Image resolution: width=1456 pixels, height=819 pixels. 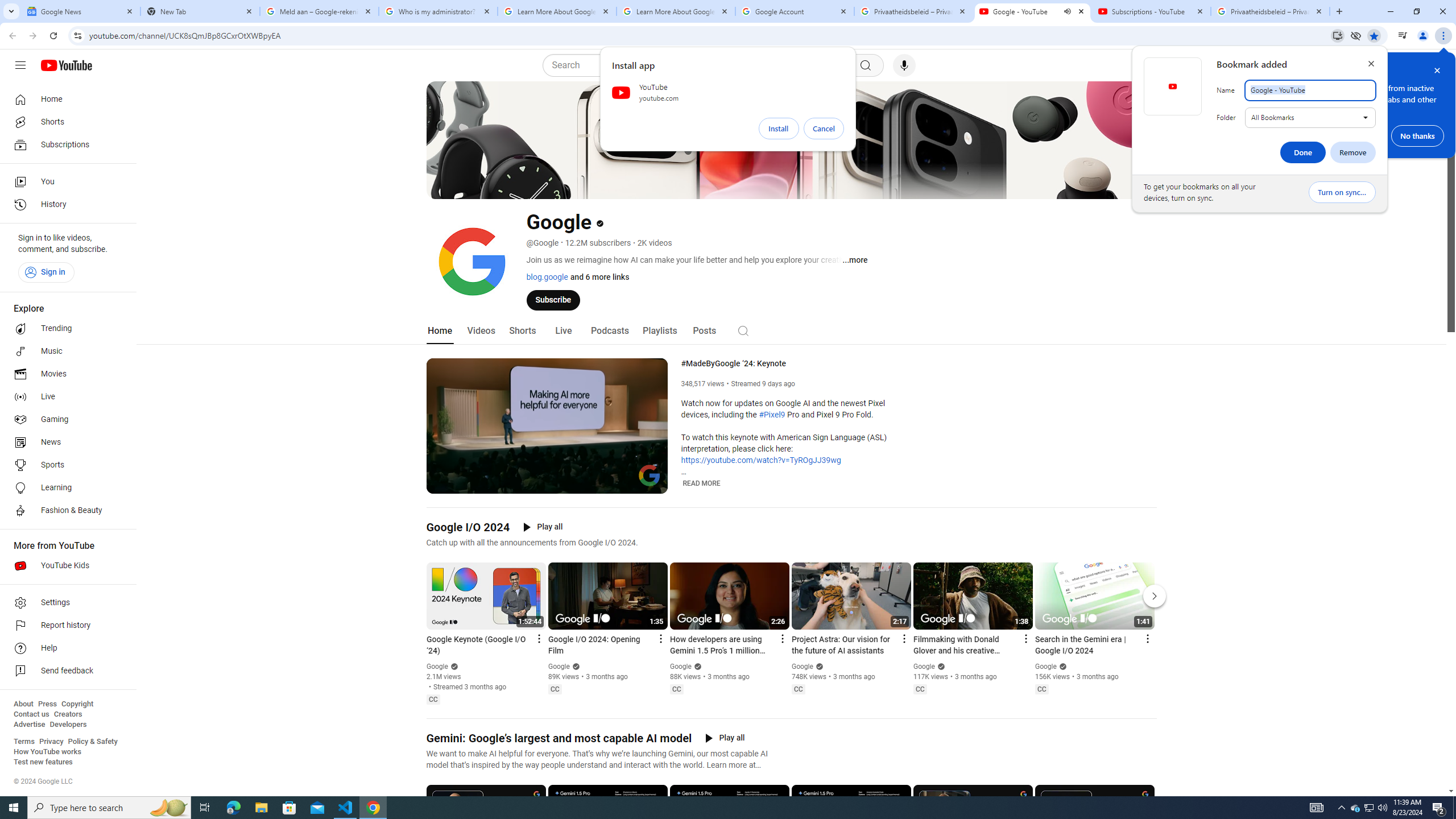 What do you see at coordinates (373, 806) in the screenshot?
I see `'Google Chrome - 1 running window'` at bounding box center [373, 806].